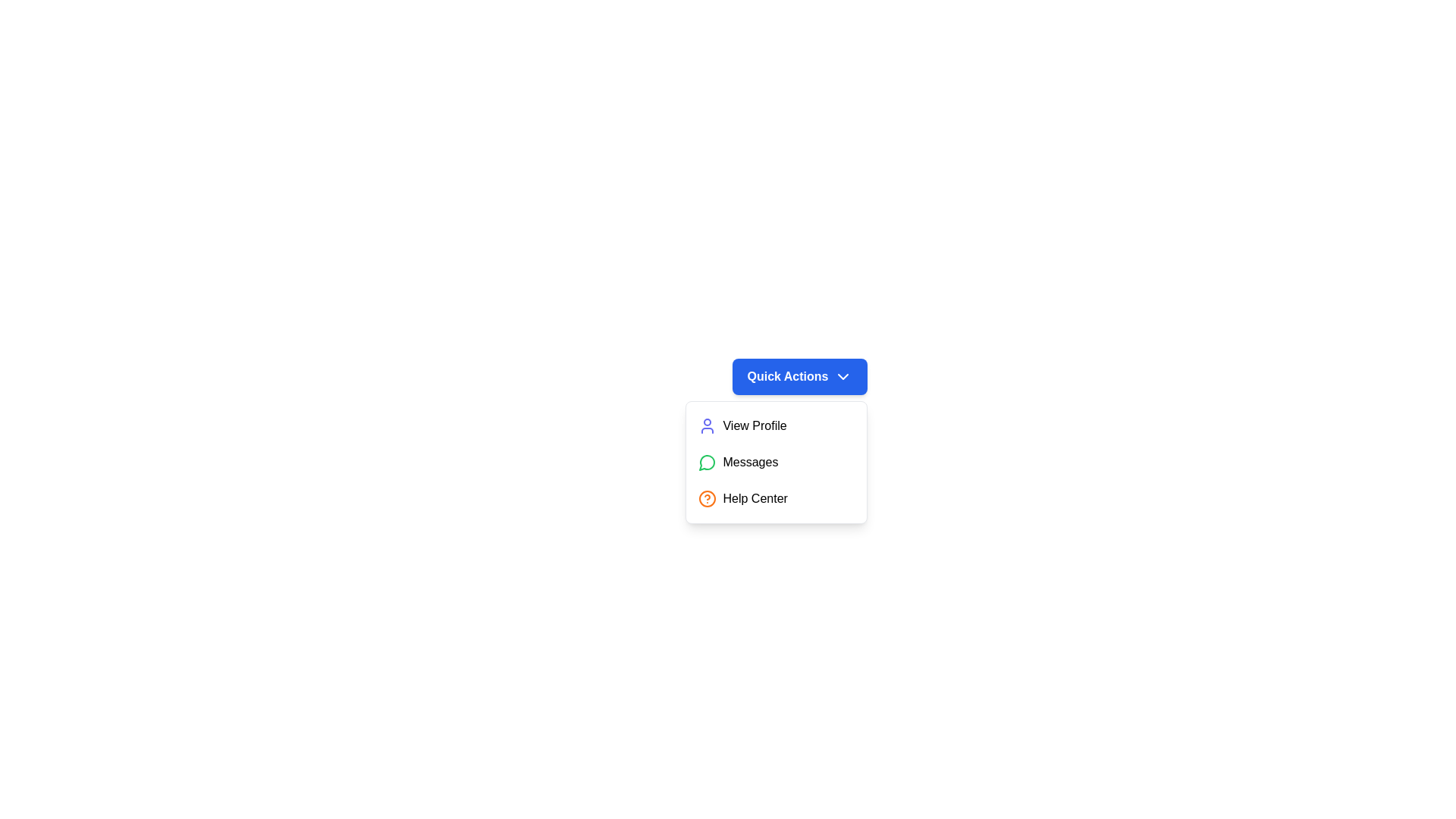 The width and height of the screenshot is (1456, 819). I want to click on the 'Quick Actions' button to toggle the dropdown menu, so click(799, 376).